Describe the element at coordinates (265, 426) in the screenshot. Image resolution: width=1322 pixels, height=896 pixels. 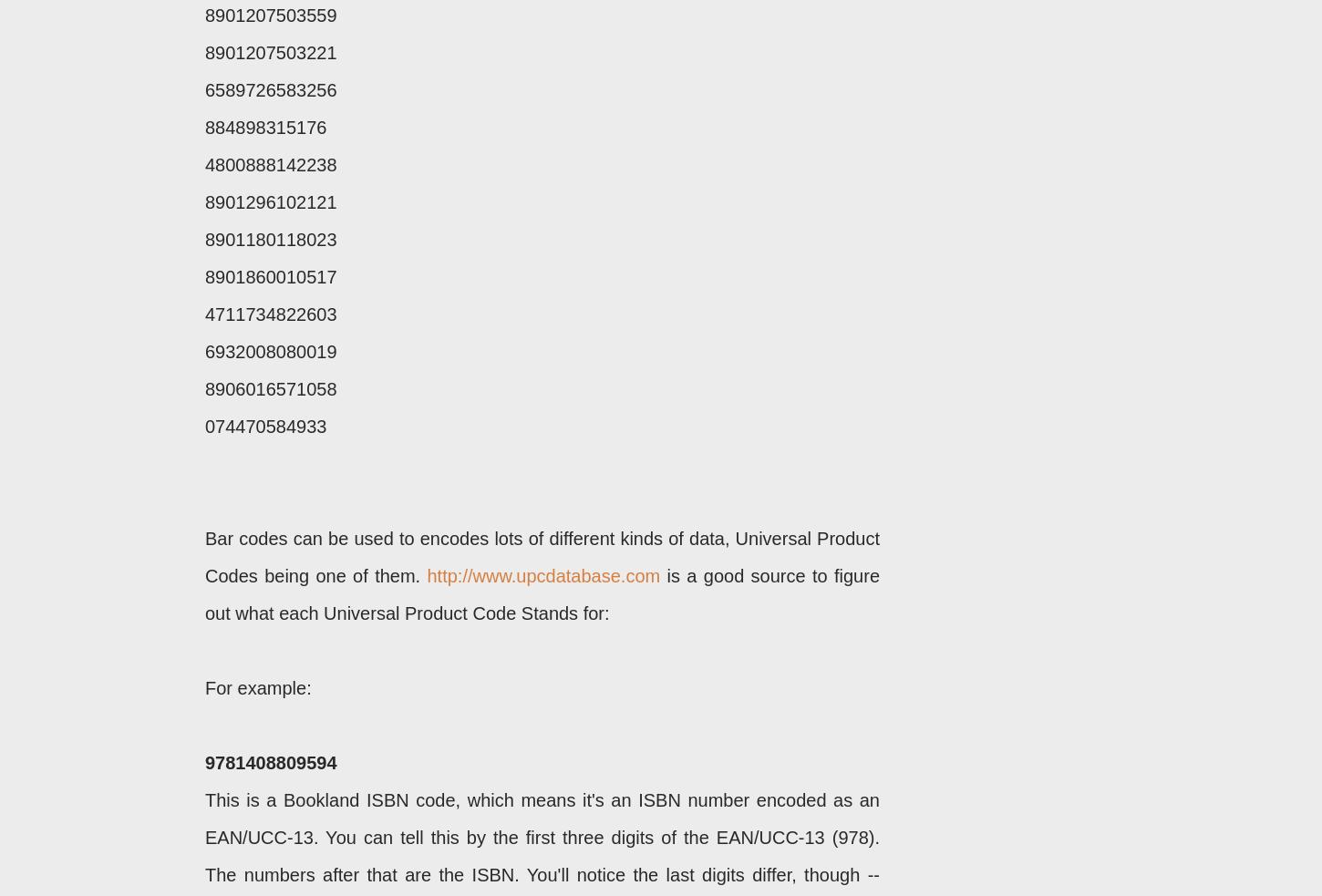
I see `'074470584933'` at that location.